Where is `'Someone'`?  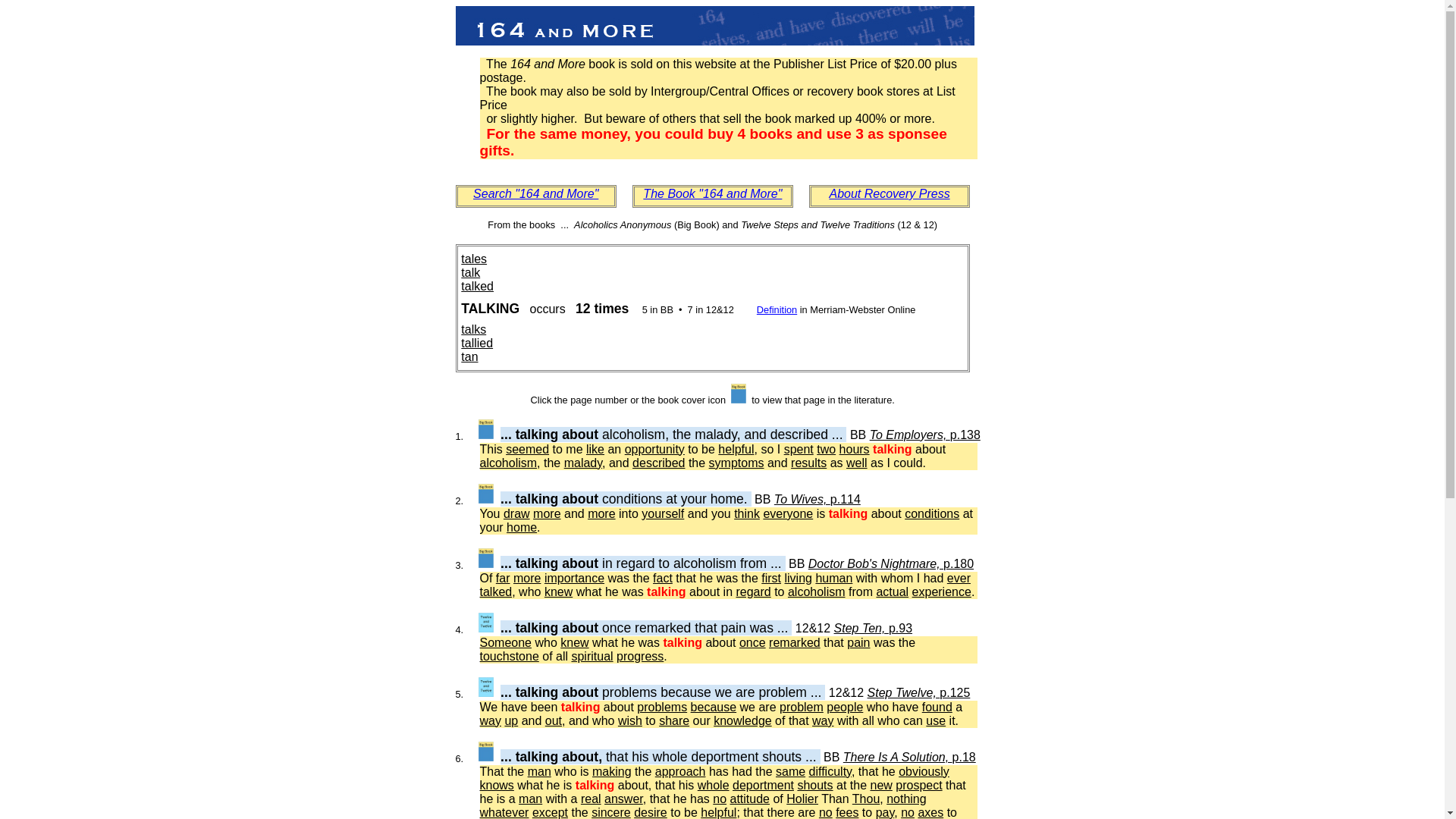 'Someone' is located at coordinates (505, 642).